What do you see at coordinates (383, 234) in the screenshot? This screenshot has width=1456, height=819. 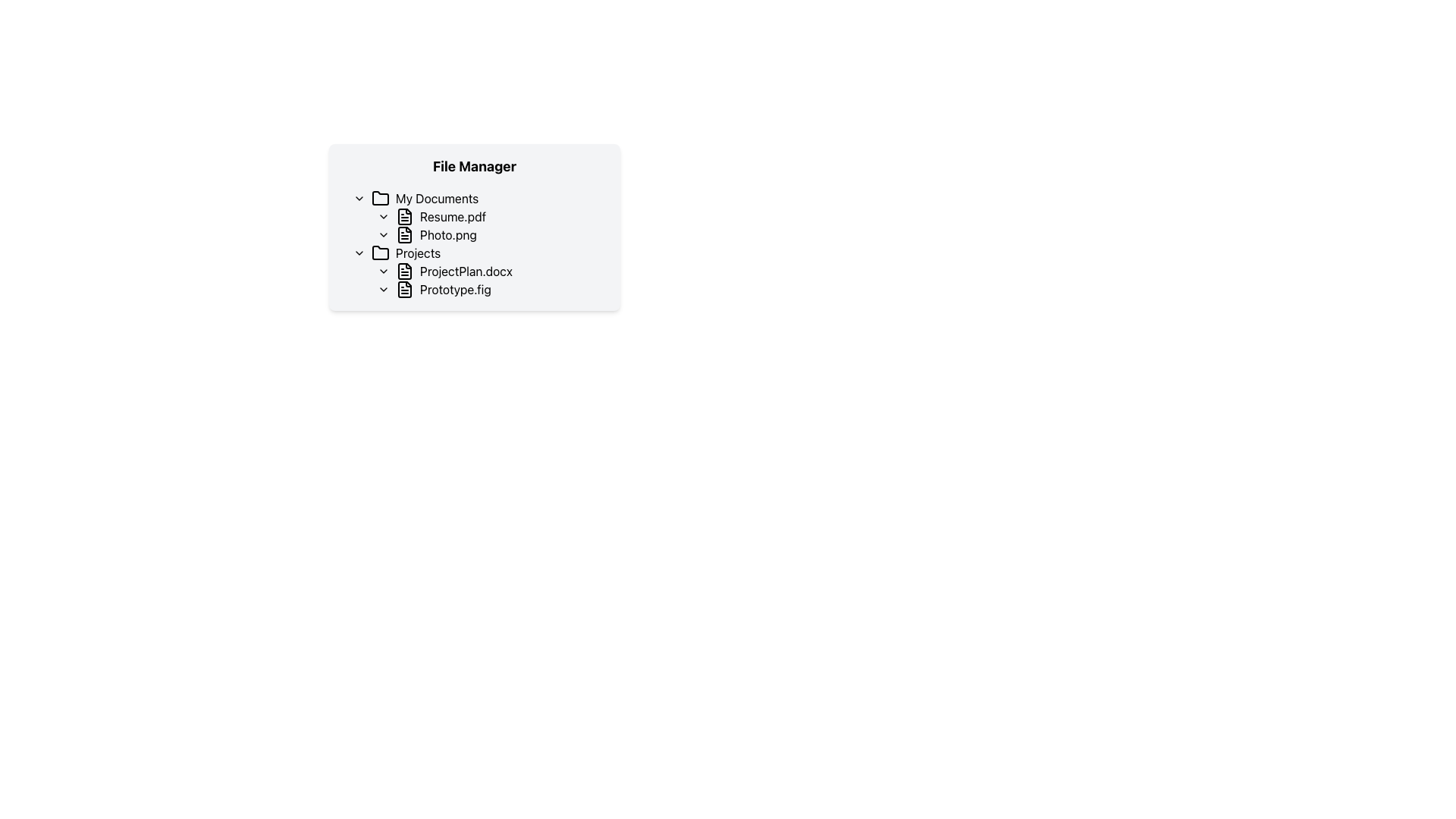 I see `the chevron icon for expanding/collapsing associated with the 'Photo.png' entry` at bounding box center [383, 234].